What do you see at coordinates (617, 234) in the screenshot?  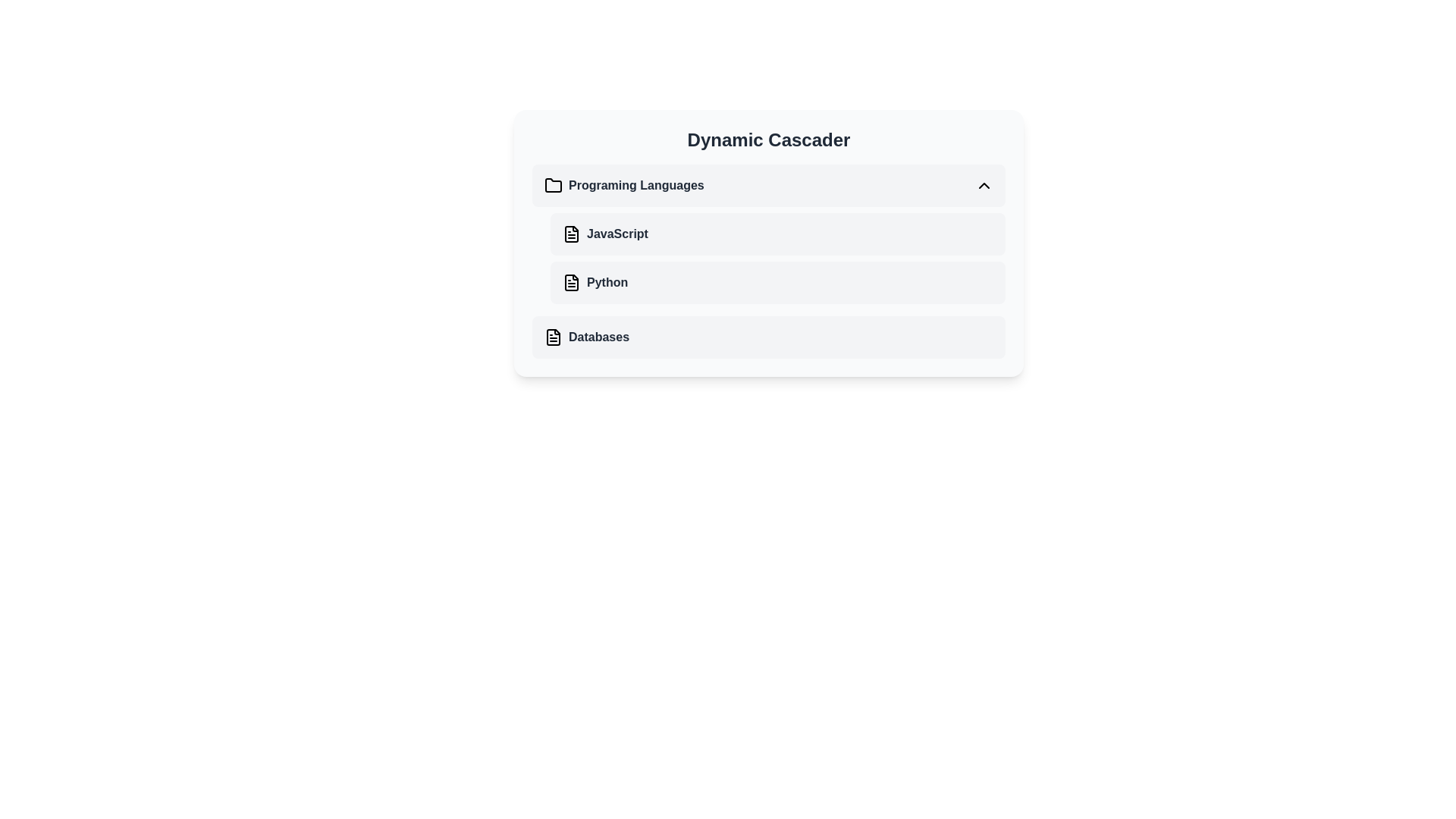 I see `the 'JavaScript' text label, which is bold dark gray and part of the 'Dynamic Cascader' section under 'Programming Languages'` at bounding box center [617, 234].